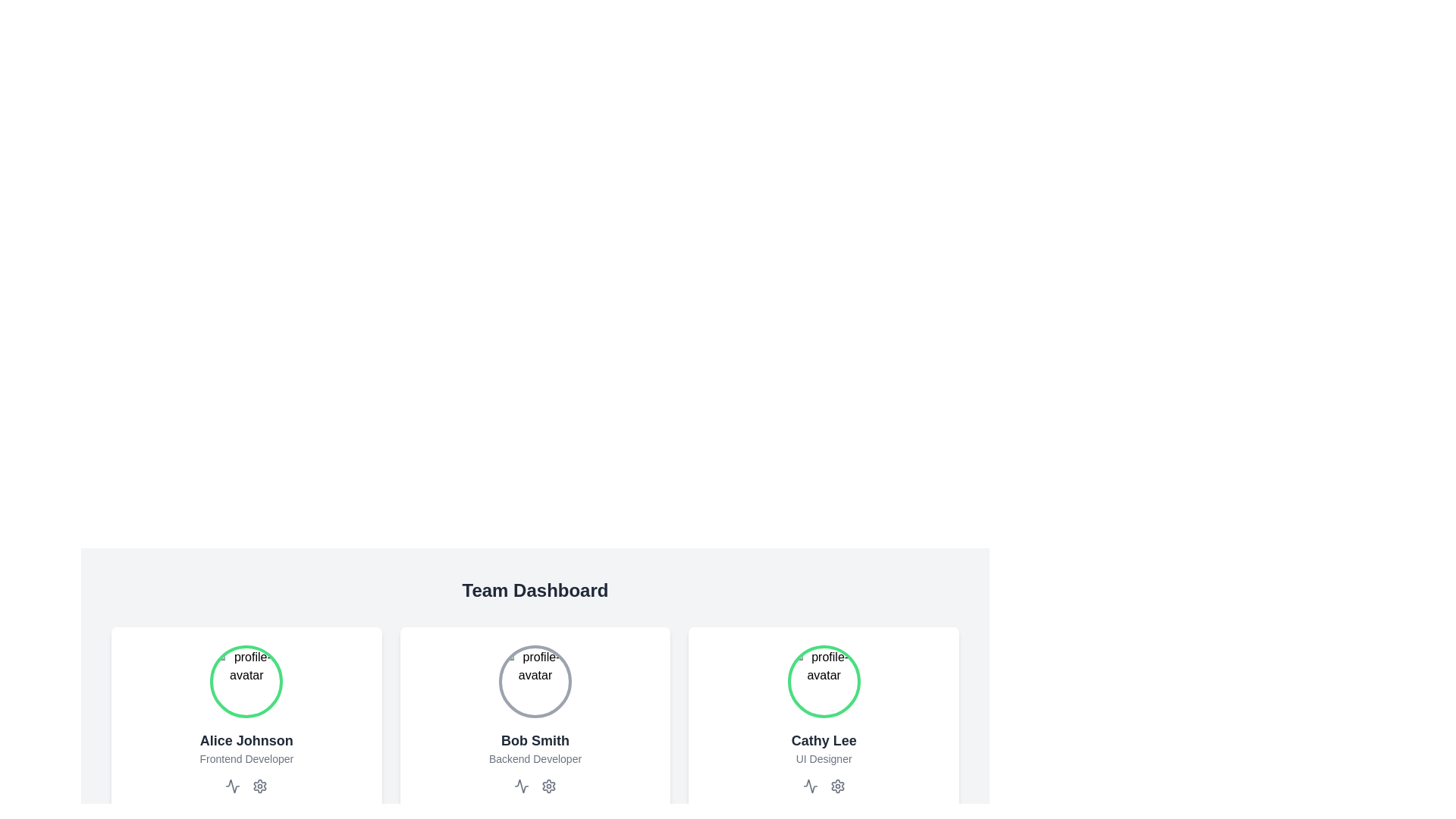 This screenshot has height=819, width=1456. I want to click on the text label displaying 'Cathy Lee' located in the bottom section of the third profile card, above 'UI Designer' and below the circular avatar placeholder, so click(823, 739).